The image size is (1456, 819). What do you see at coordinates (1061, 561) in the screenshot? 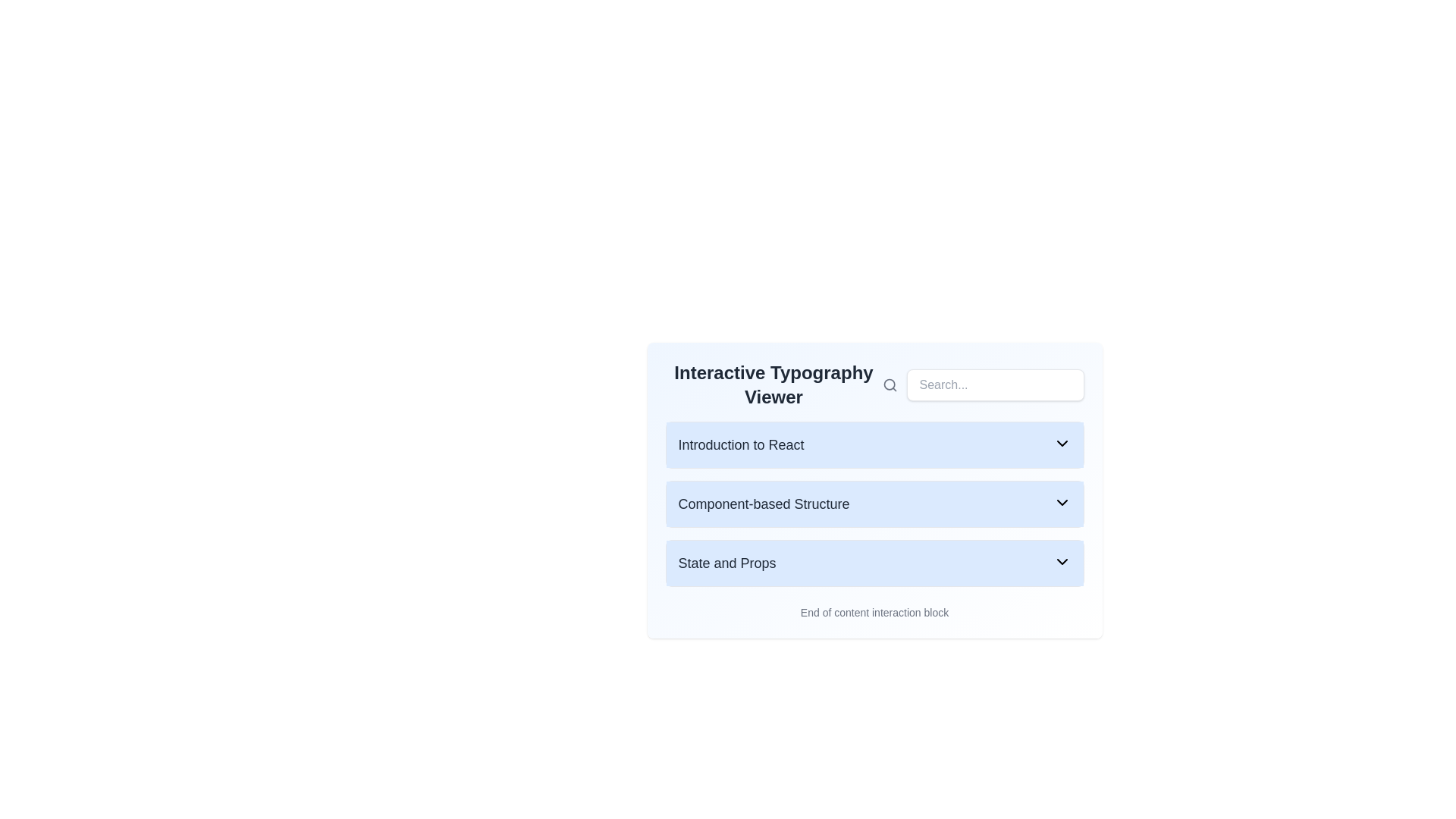
I see `the downward-pointing chevron icon located at the far-right end of the blue rectangular section labeled 'State and Props' for potential visual feedback` at bounding box center [1061, 561].